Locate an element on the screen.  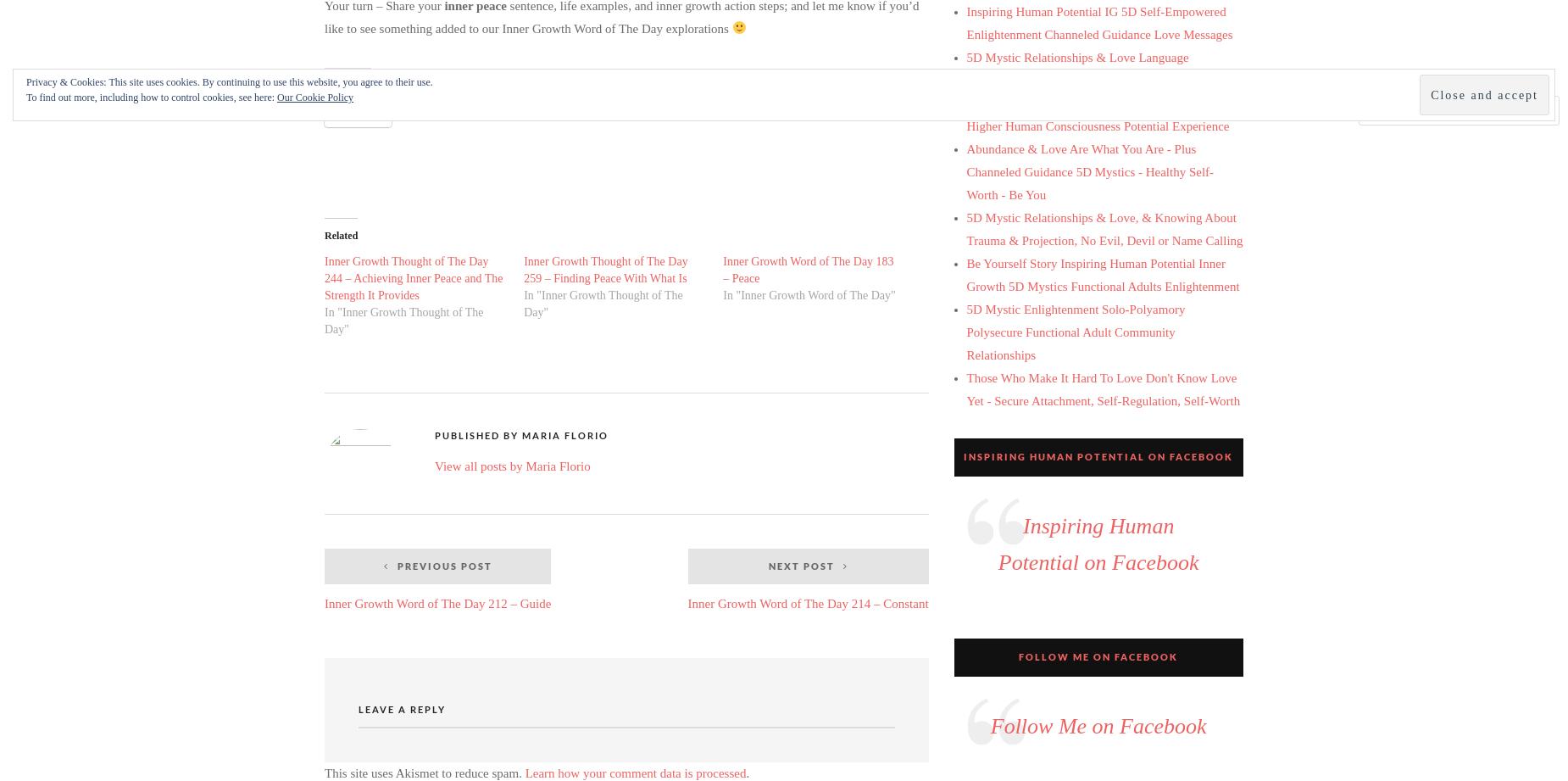
'.' is located at coordinates (748, 772).